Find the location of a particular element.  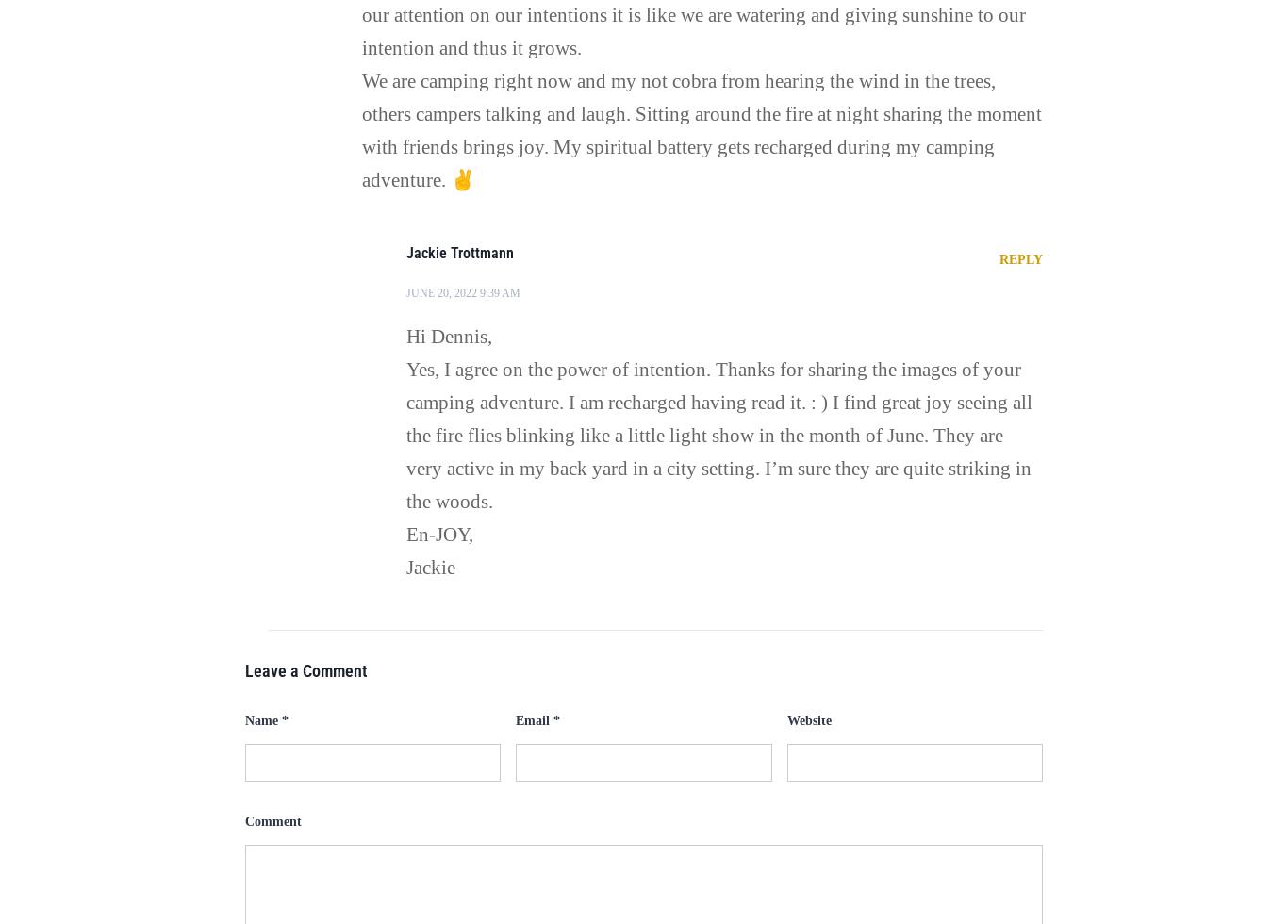

'En-JOY,' is located at coordinates (439, 534).